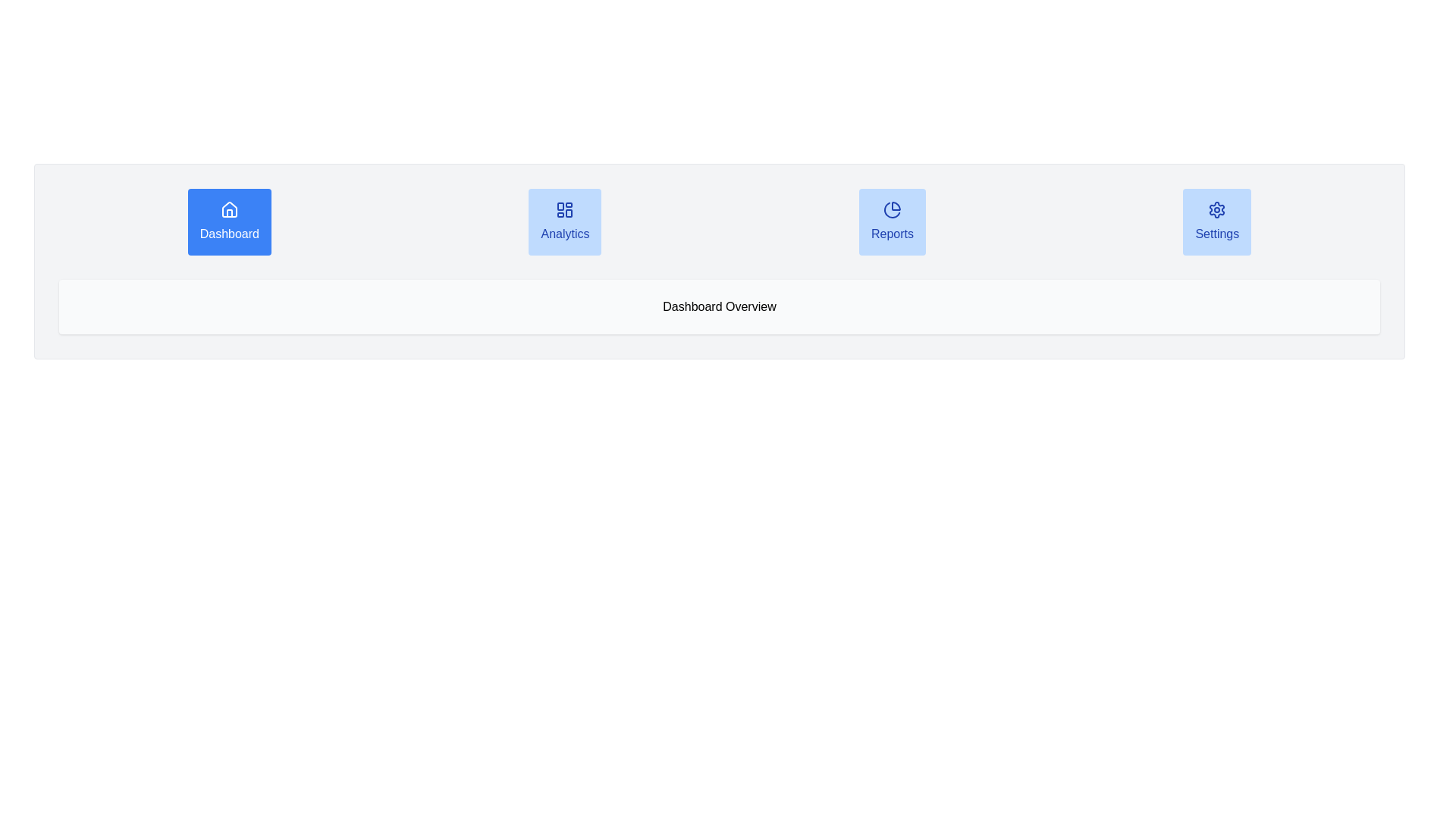 Image resolution: width=1456 pixels, height=819 pixels. What do you see at coordinates (892, 222) in the screenshot?
I see `the navigation button located to the right of the 'Analytics' button and to the left of the 'Settings' button` at bounding box center [892, 222].